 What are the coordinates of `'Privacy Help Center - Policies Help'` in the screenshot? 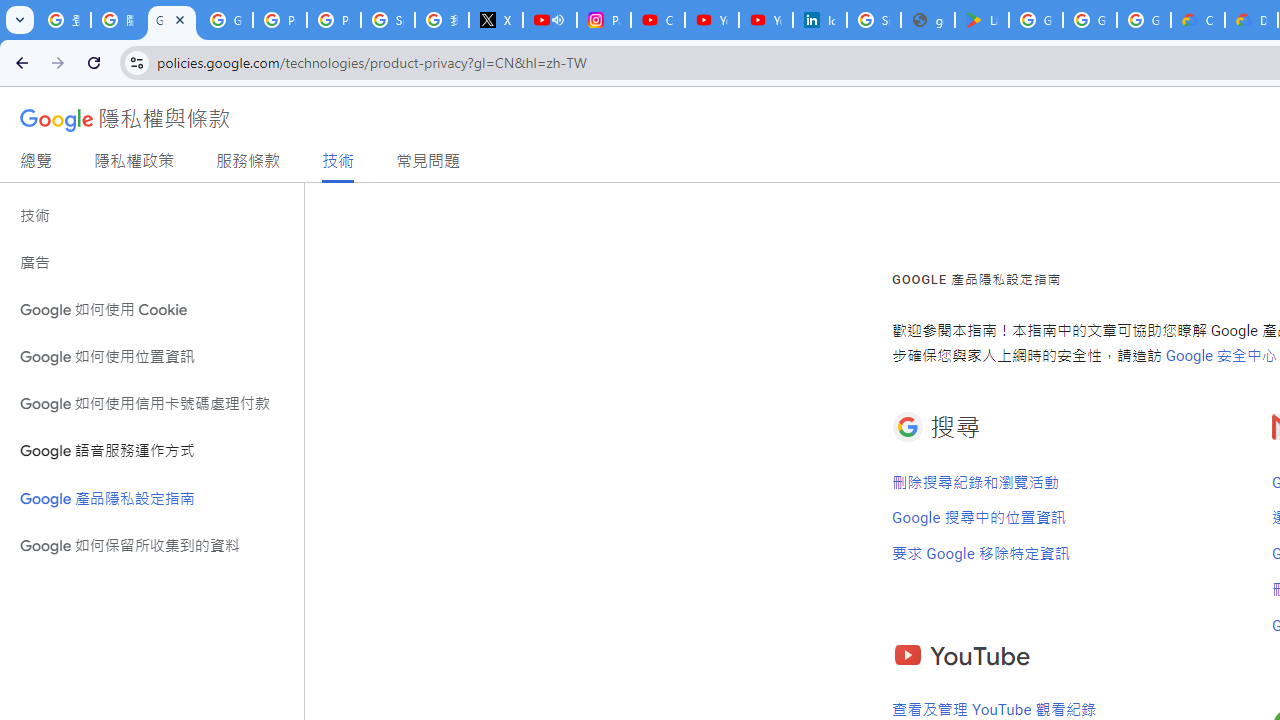 It's located at (279, 20).